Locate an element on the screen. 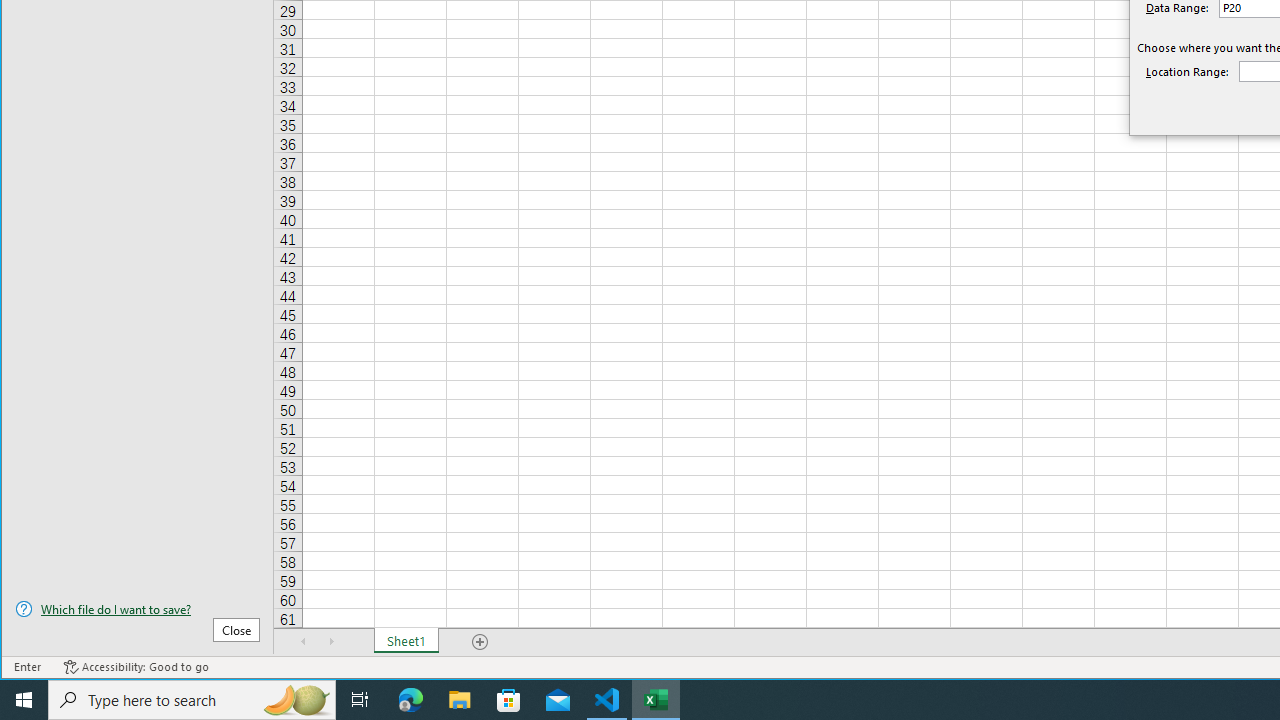 Image resolution: width=1280 pixels, height=720 pixels. 'Scroll Left' is located at coordinates (303, 641).